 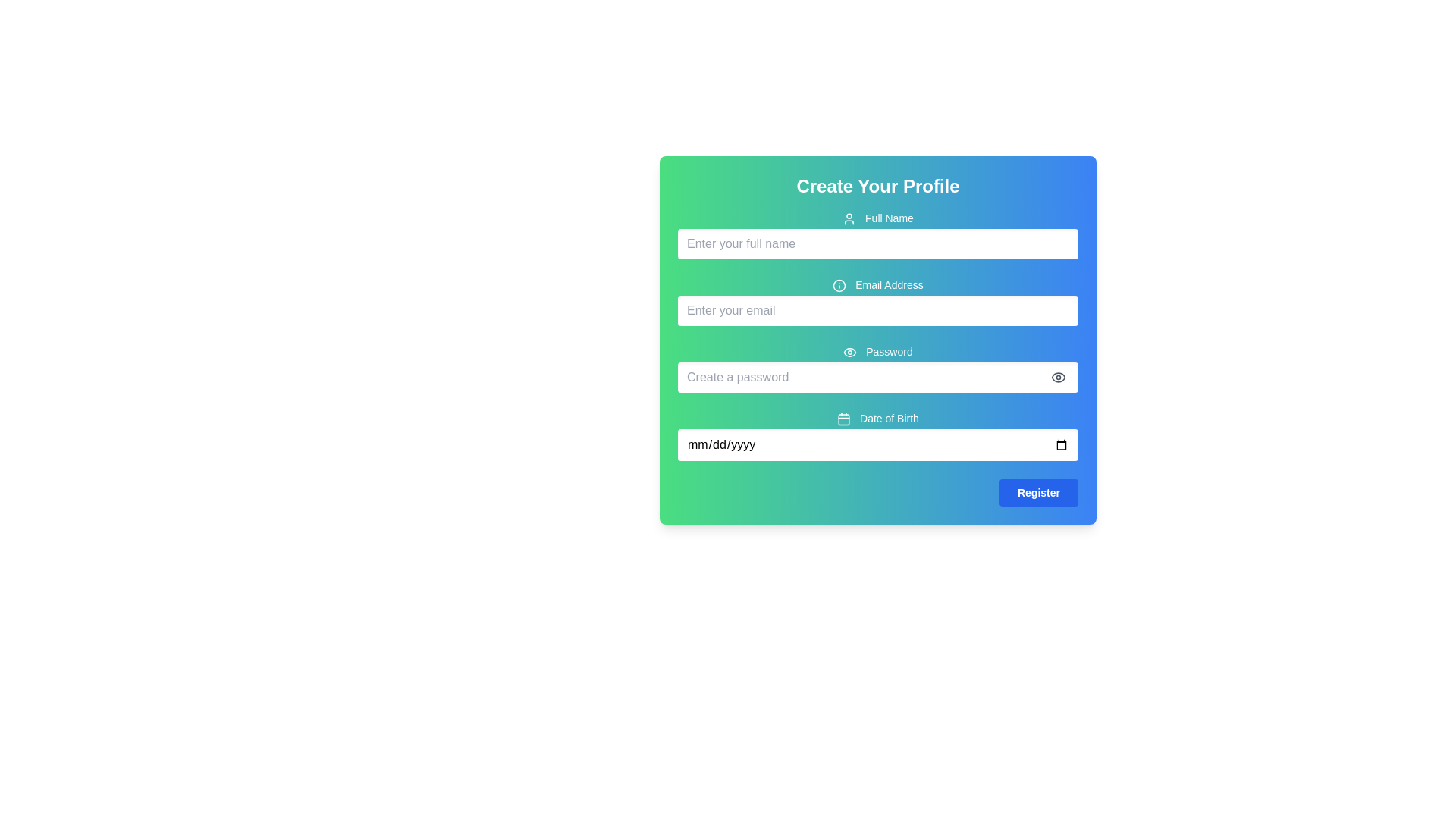 I want to click on the stylized eye icon located within the button on the right side of the password input field, so click(x=1058, y=376).